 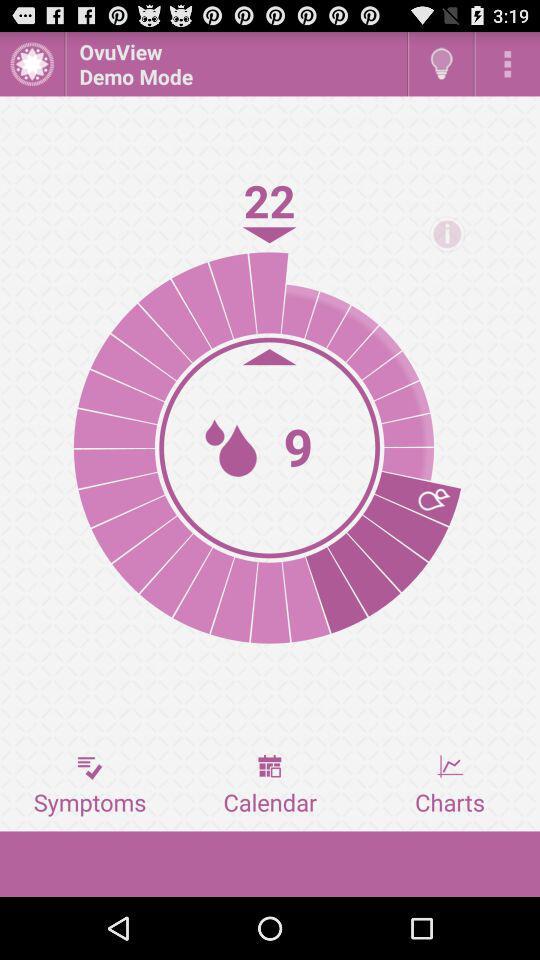 I want to click on open options, so click(x=507, y=63).